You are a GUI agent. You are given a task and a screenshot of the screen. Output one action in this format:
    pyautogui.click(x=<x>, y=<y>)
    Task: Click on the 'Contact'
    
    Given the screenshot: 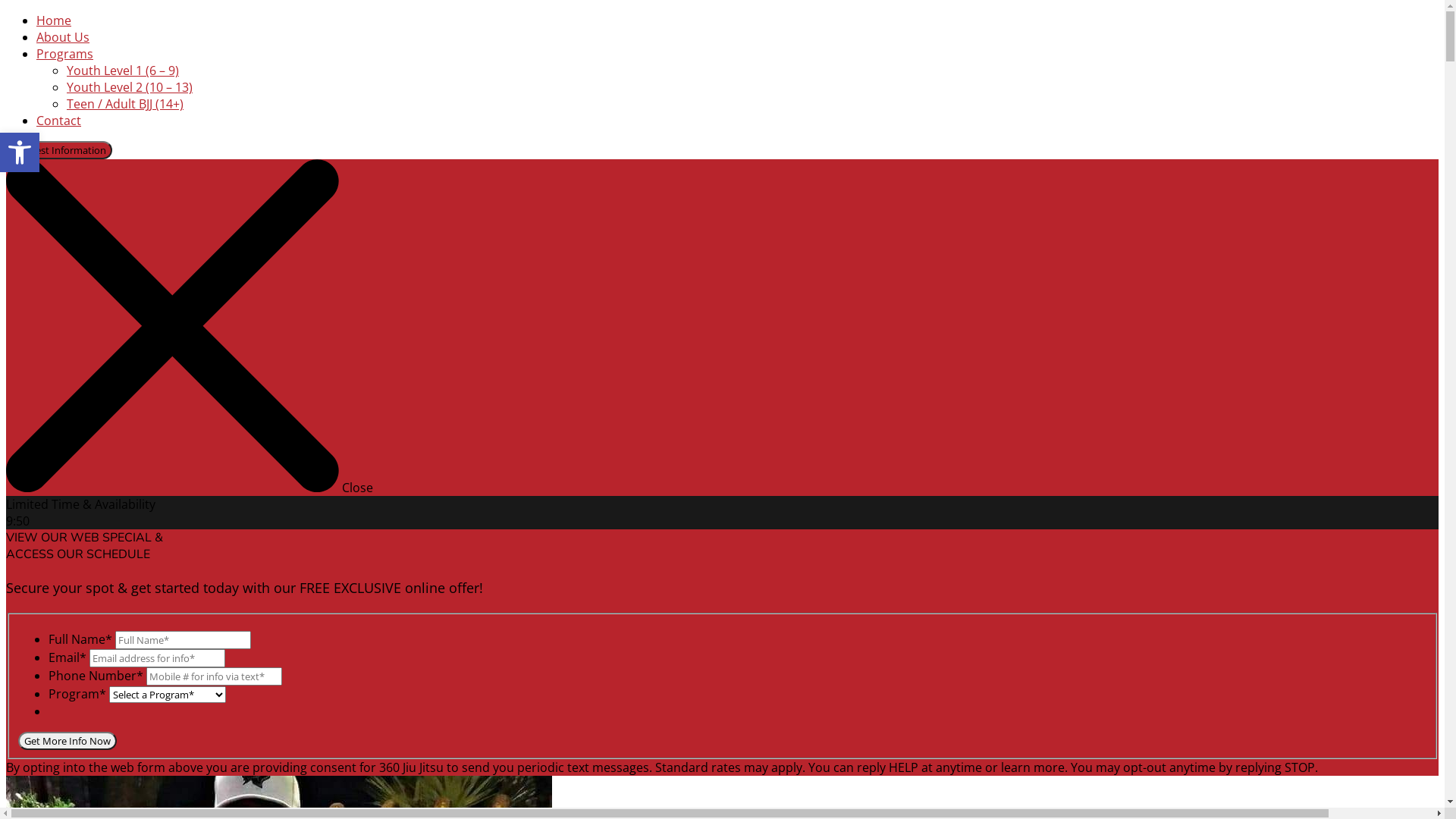 What is the action you would take?
    pyautogui.click(x=36, y=119)
    